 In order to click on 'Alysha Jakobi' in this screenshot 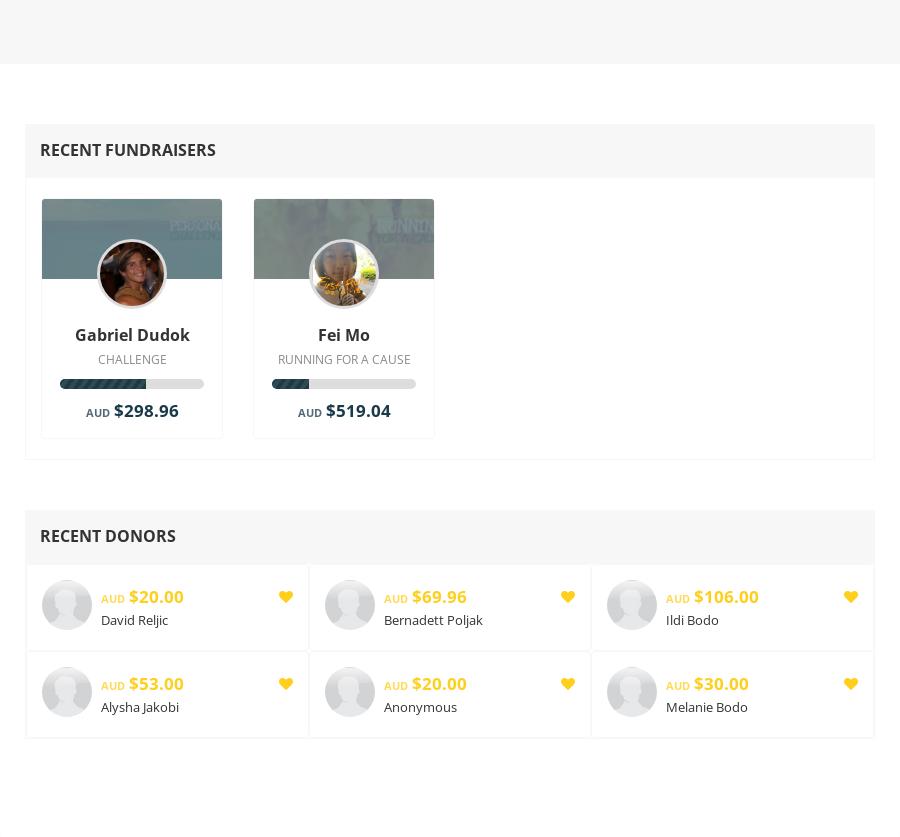, I will do `click(140, 705)`.